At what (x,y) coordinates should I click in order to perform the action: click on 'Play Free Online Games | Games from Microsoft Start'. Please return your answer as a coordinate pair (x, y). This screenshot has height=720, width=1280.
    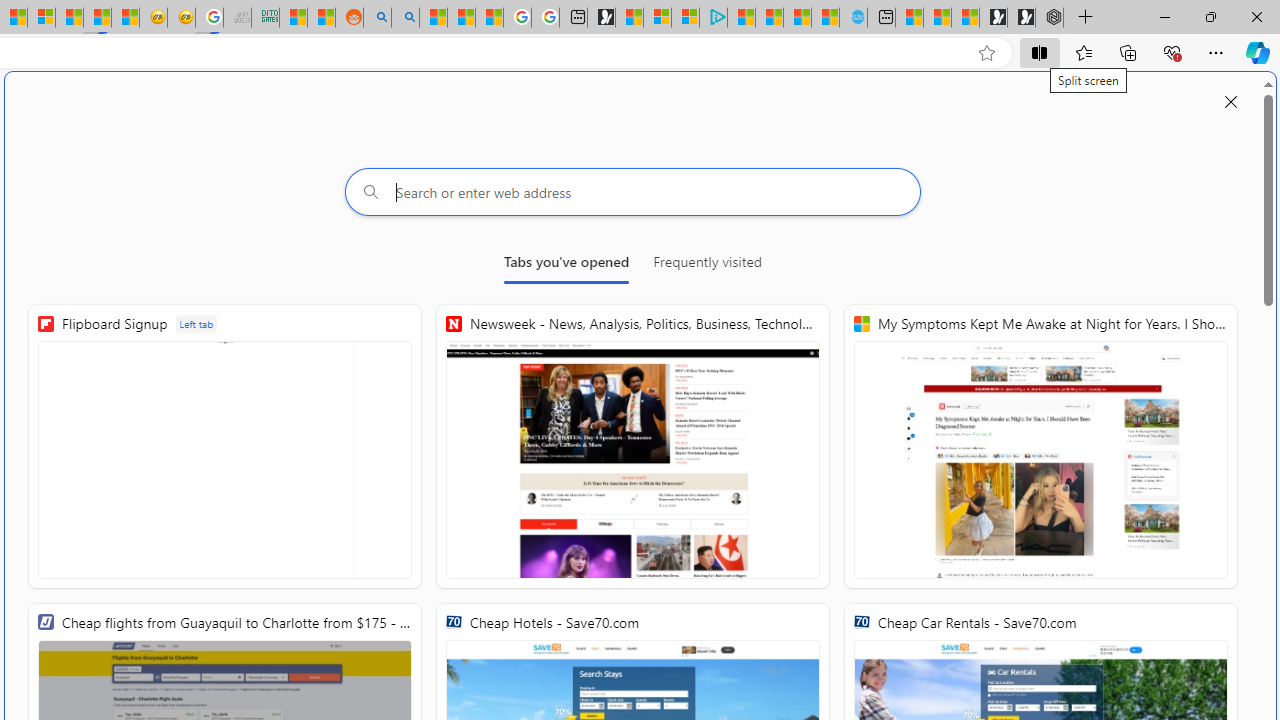
    Looking at the image, I should click on (1021, 17).